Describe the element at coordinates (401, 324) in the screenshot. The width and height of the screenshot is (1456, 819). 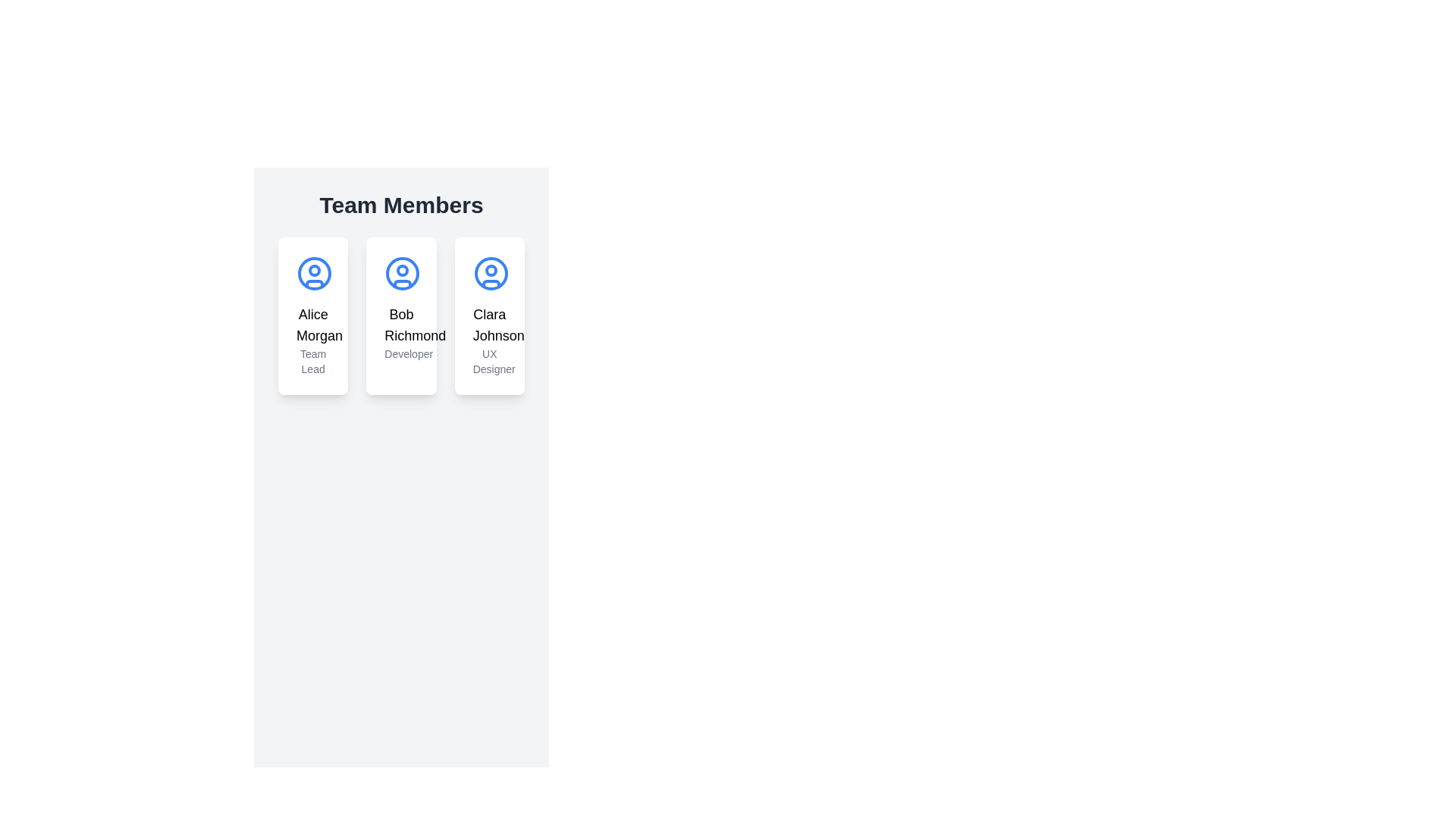
I see `the text label that displays the name 'Bob Richmond', which is prominently styled in a larger bold font and located centrally within the second card of three horizontally arranged cards` at that location.